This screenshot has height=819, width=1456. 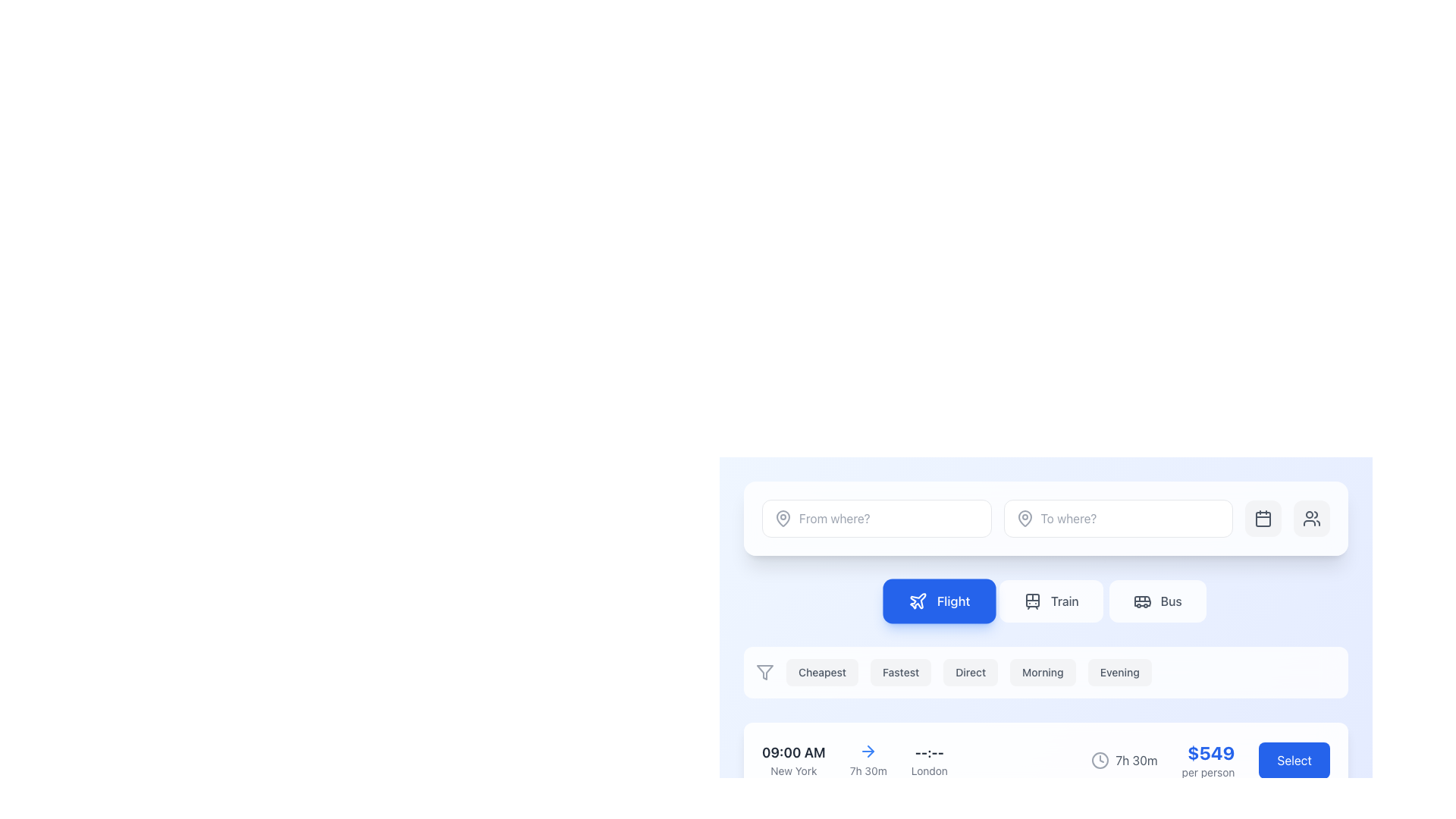 What do you see at coordinates (1310, 517) in the screenshot?
I see `the button located in the top-right section of a horizontally aligned group of elements, which is the second button in a pair, to change its background color` at bounding box center [1310, 517].